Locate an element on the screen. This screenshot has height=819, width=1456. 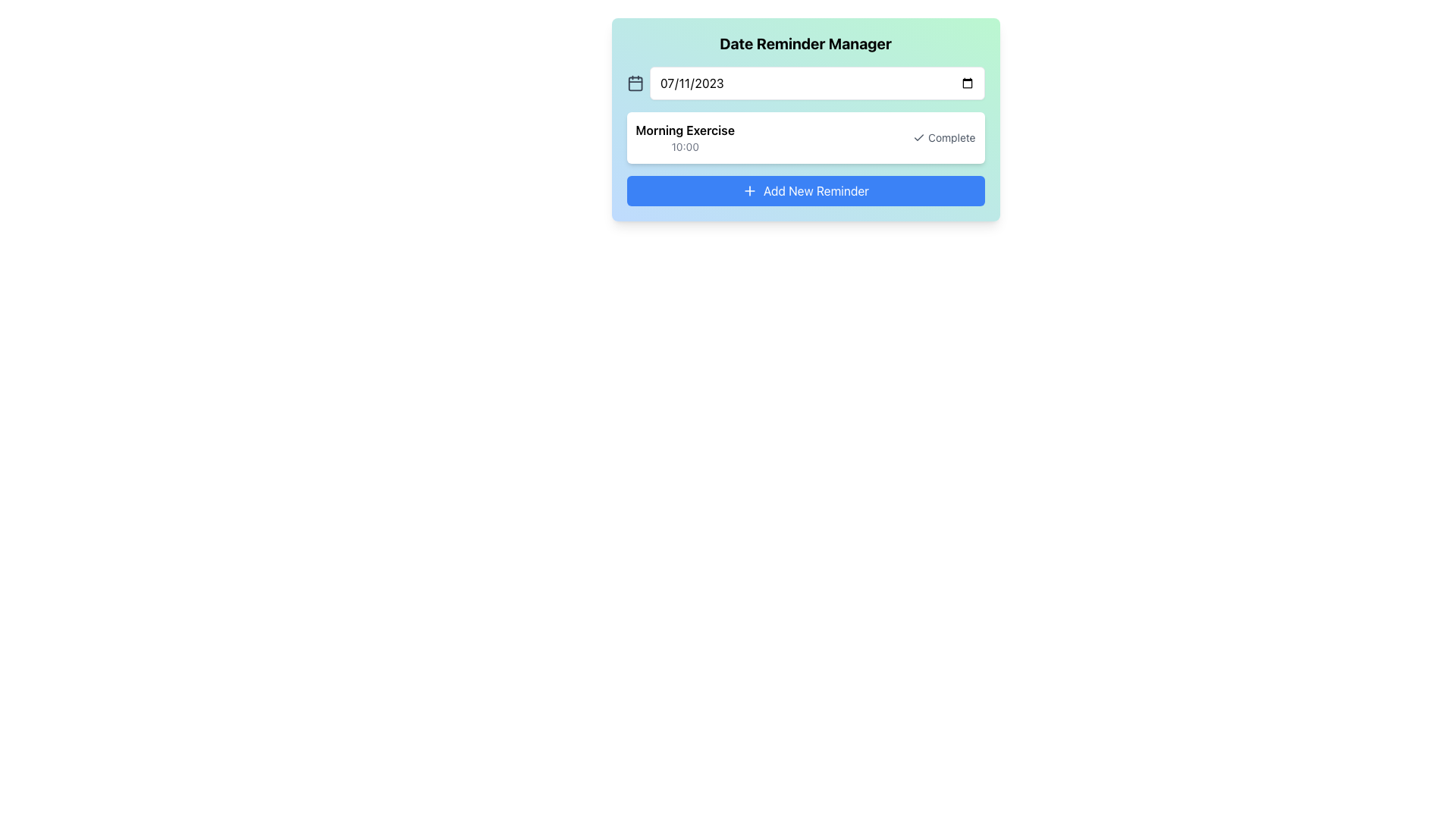
the text block displaying 'Morning Exercise' and '10:00', which is styled with a white box and rounded corners, located below the date input section labeled '07/11/2023' is located at coordinates (684, 137).